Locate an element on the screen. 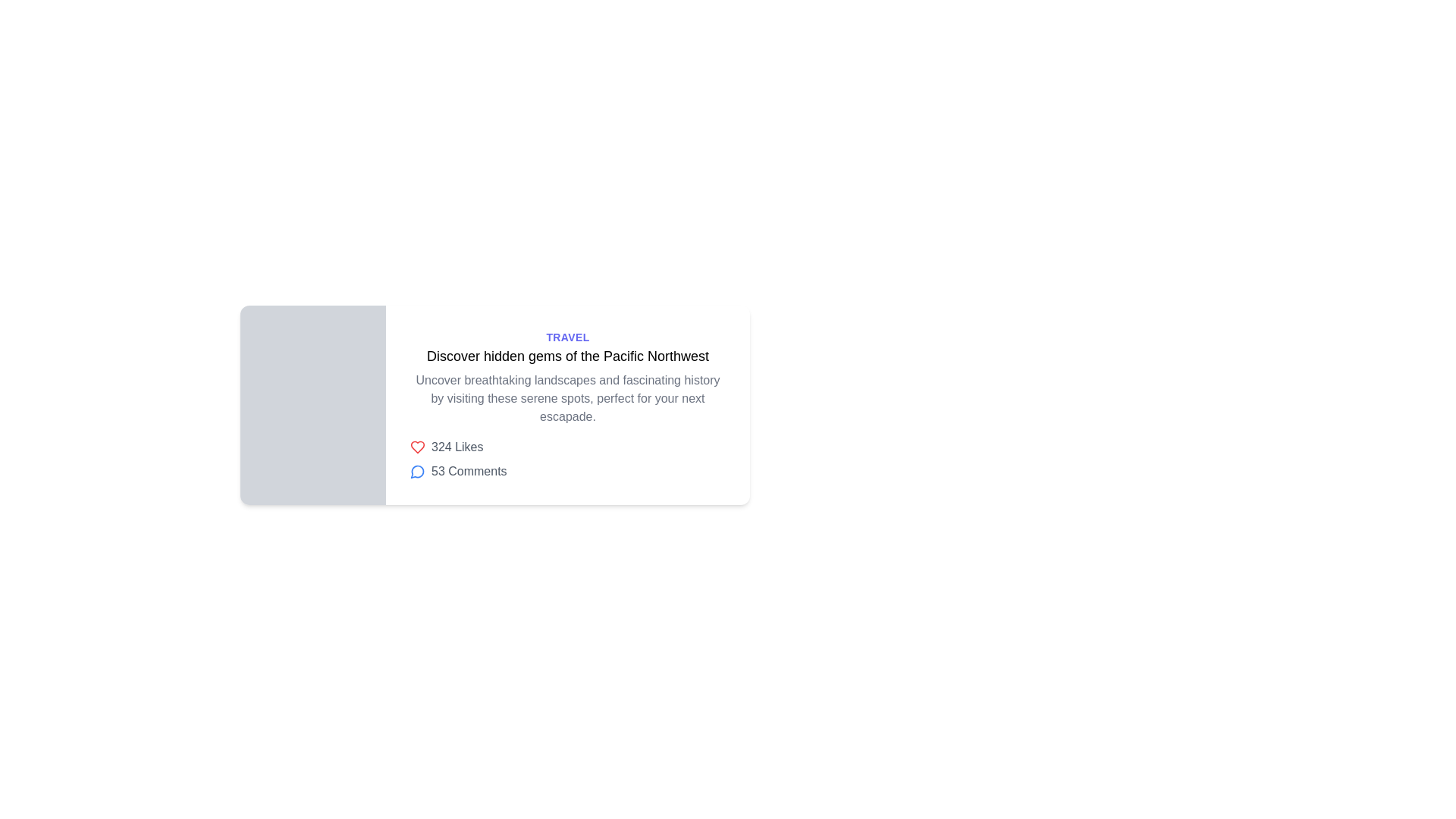 This screenshot has height=819, width=1456. the heart icon, which serves as an interactive indicator for liking content, located in the lower section of a content card is located at coordinates (418, 446).